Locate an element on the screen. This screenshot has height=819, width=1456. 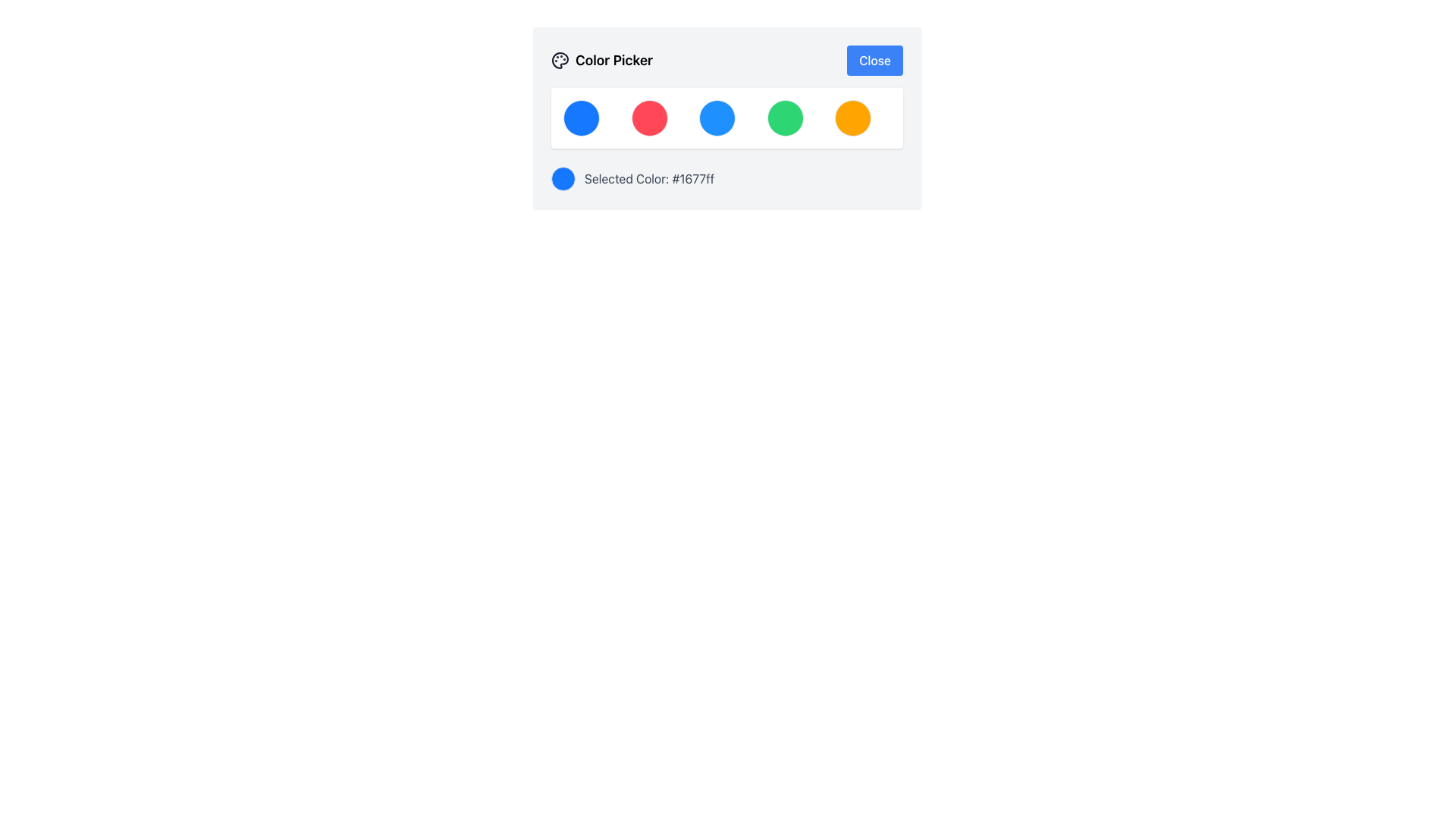
the text label that displays 'Selected Color: #1677ff', which is styled in gray and located to the right of a blue circular color indicator is located at coordinates (649, 177).